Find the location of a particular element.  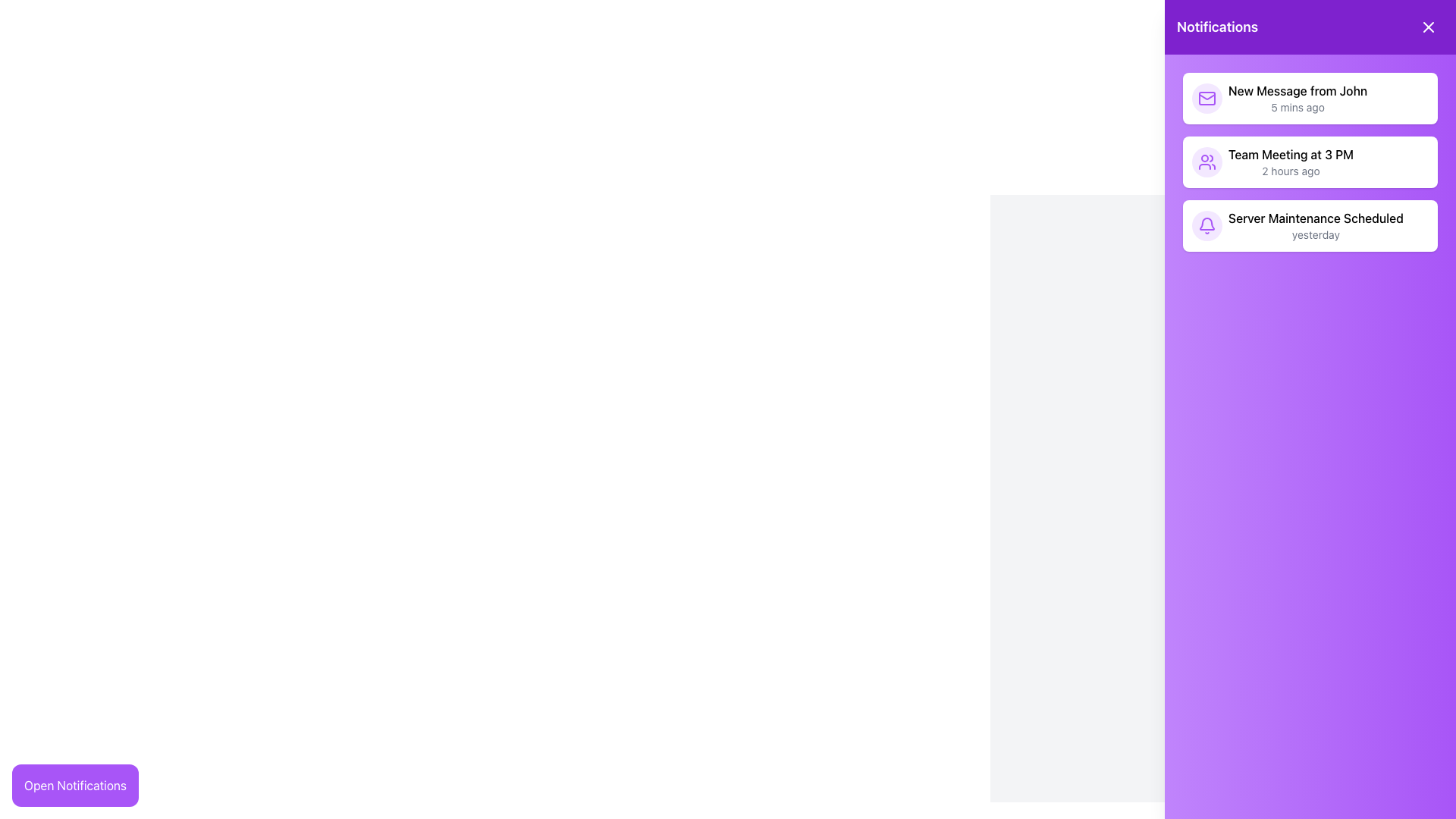

'Notifications' title text label located at the top of the purple notification panel, which is styled with a white, bold, large font is located at coordinates (1217, 27).